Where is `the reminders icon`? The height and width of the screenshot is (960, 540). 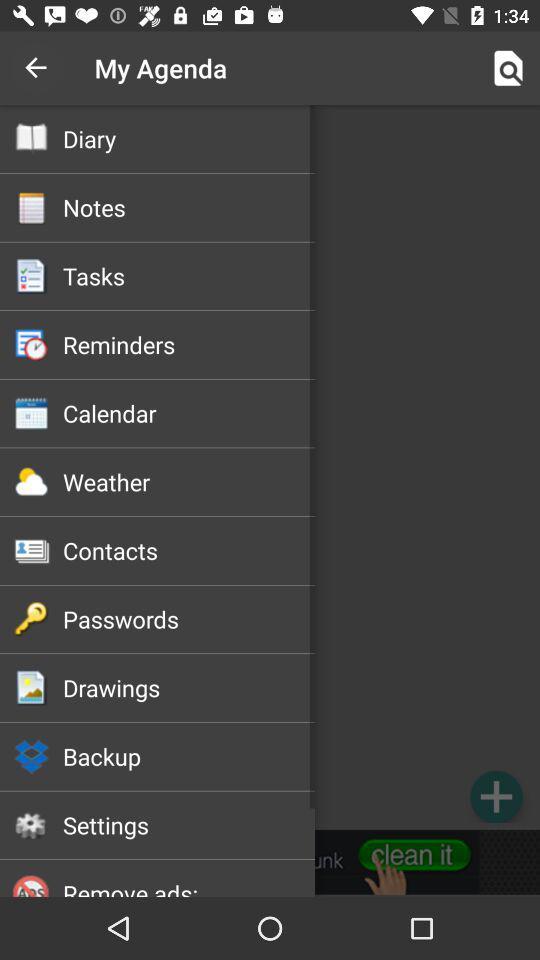
the reminders icon is located at coordinates (189, 344).